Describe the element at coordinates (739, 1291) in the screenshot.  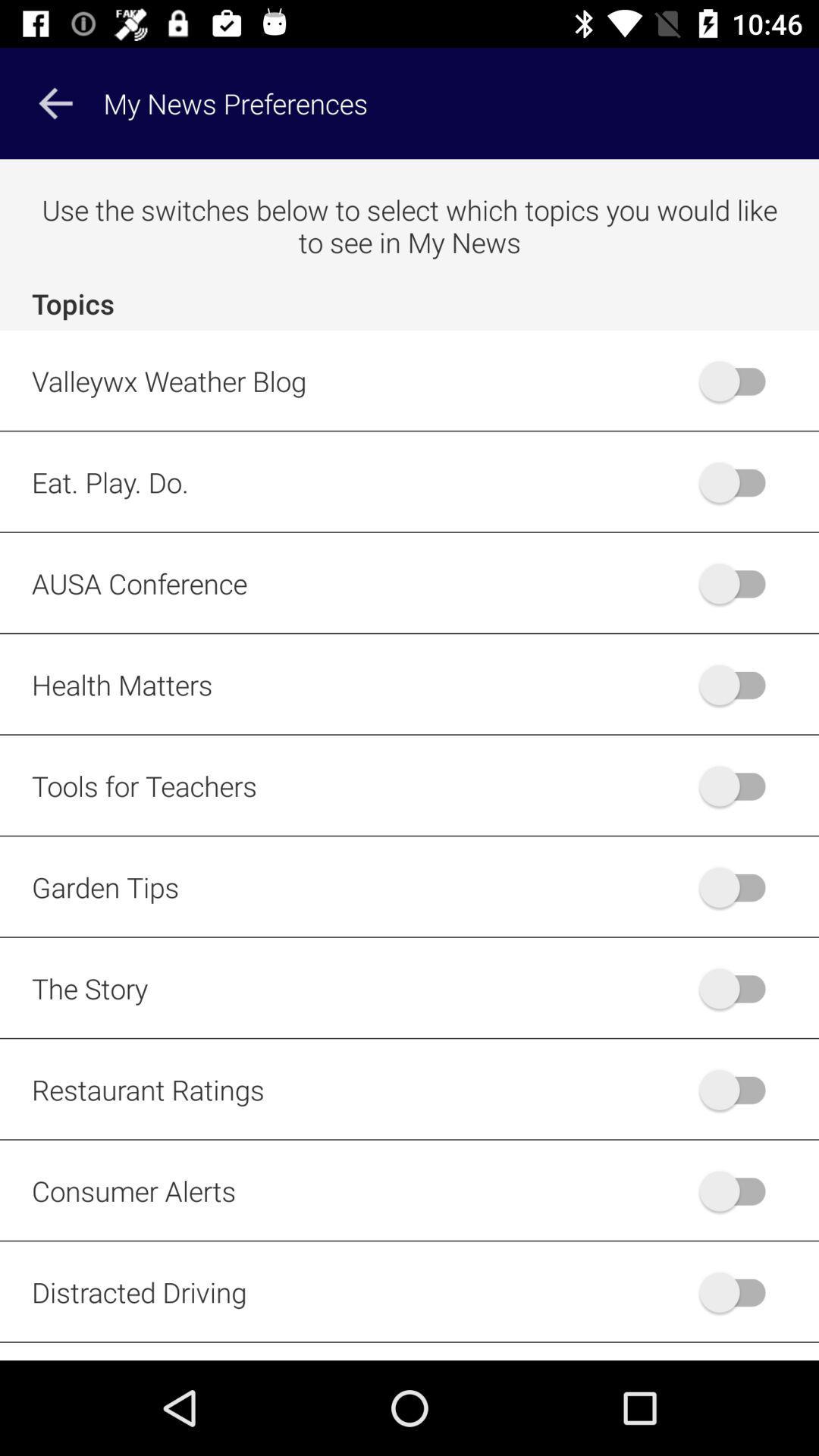
I see `distracted driving` at that location.